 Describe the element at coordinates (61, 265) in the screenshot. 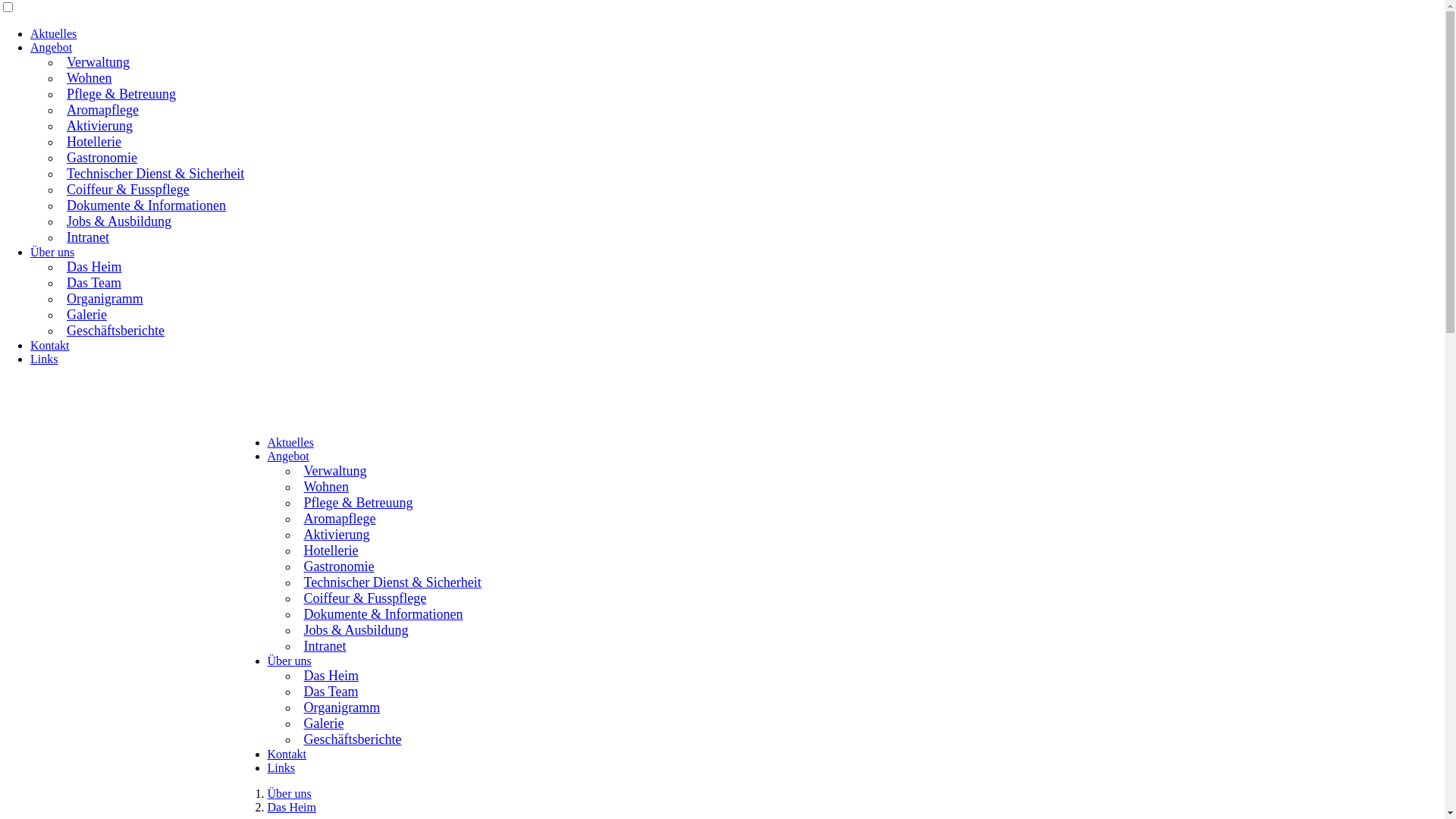

I see `'Das Heim'` at that location.